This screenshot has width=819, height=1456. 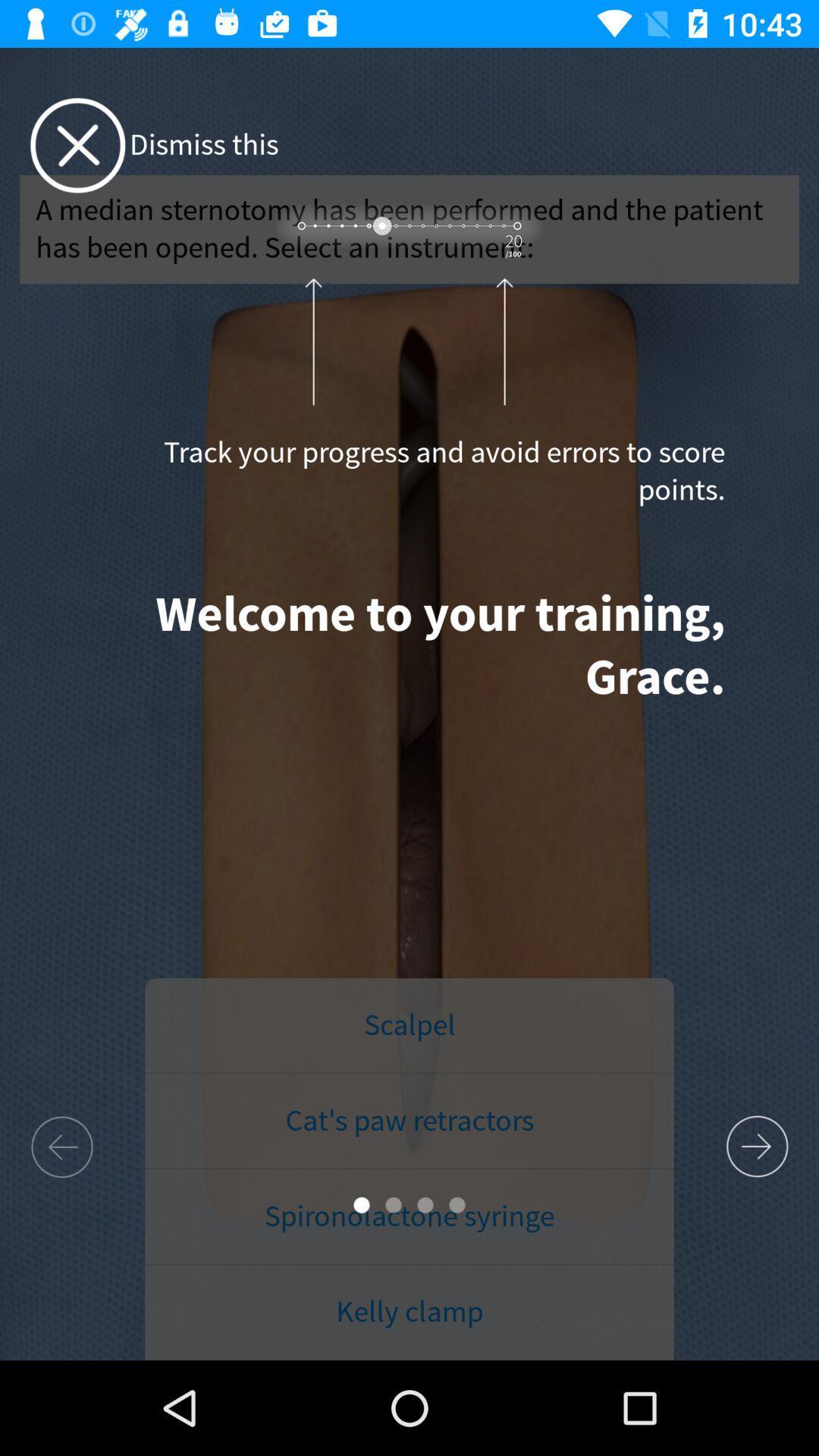 What do you see at coordinates (409, 1312) in the screenshot?
I see `the kelly clamp` at bounding box center [409, 1312].